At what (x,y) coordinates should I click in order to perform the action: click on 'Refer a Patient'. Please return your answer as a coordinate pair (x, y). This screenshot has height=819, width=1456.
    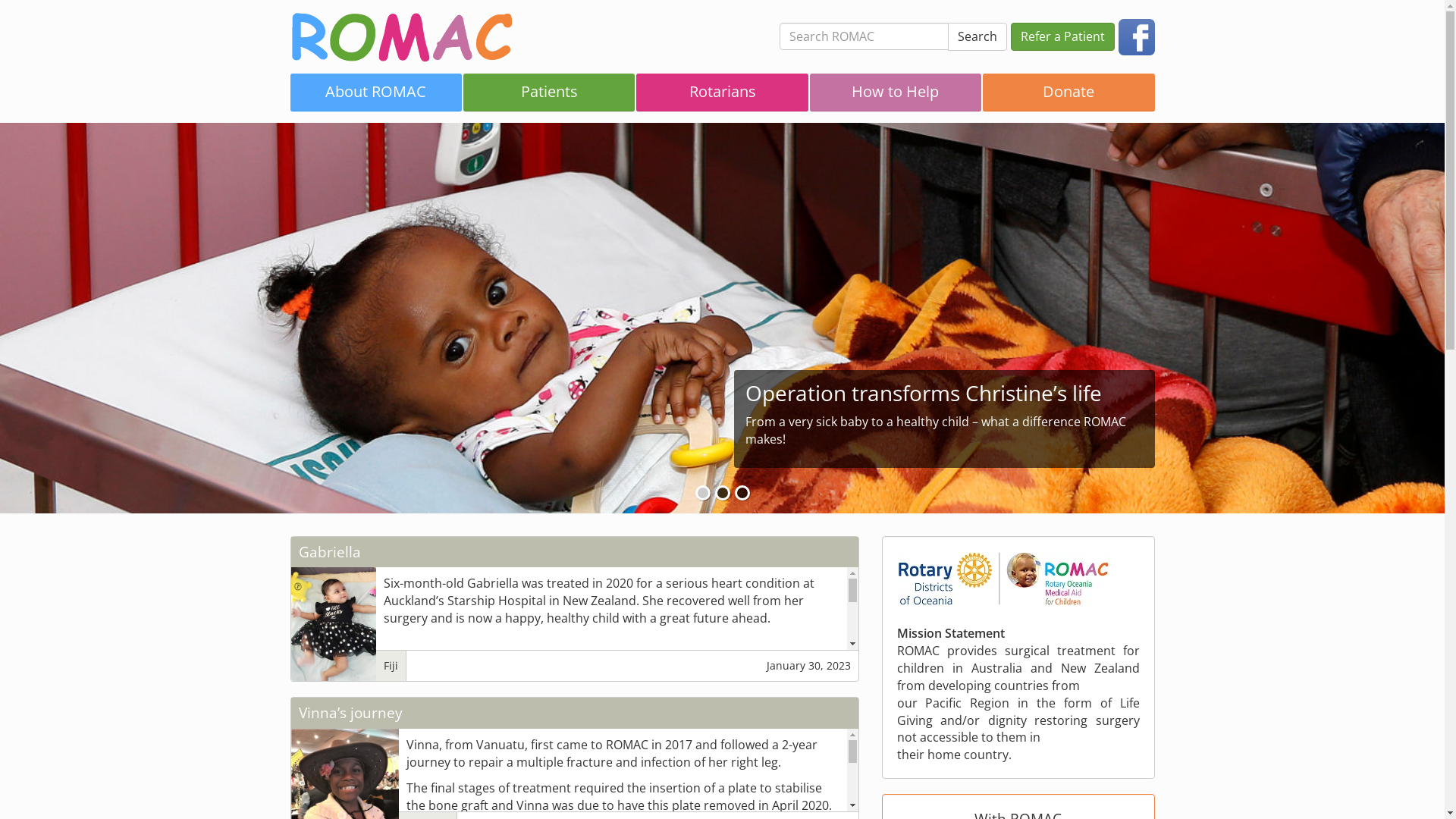
    Looking at the image, I should click on (1061, 36).